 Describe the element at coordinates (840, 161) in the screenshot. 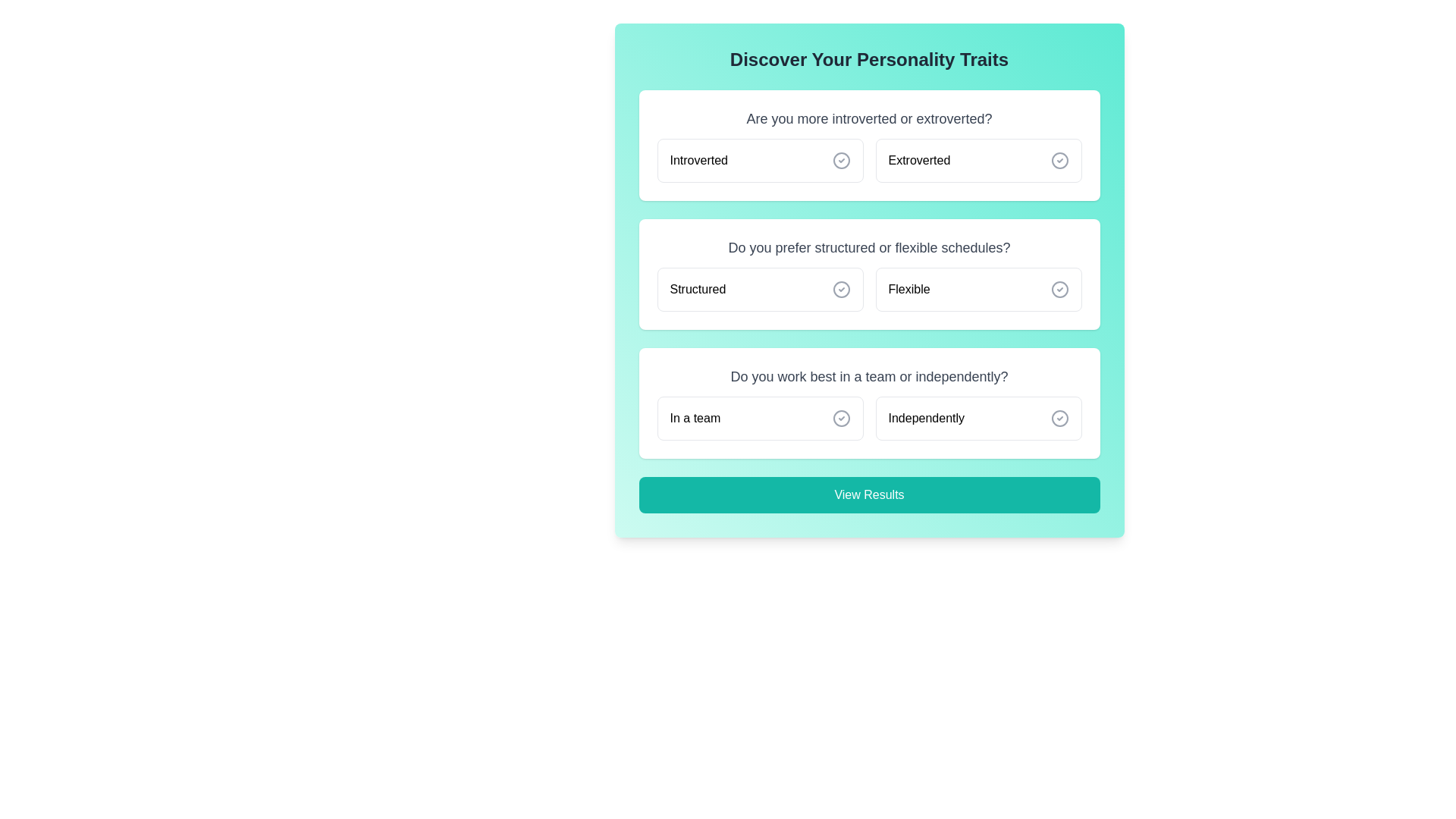

I see `the circular outline of the check mark icon located to the right of the 'Introverted' label in the topmost question row` at that location.